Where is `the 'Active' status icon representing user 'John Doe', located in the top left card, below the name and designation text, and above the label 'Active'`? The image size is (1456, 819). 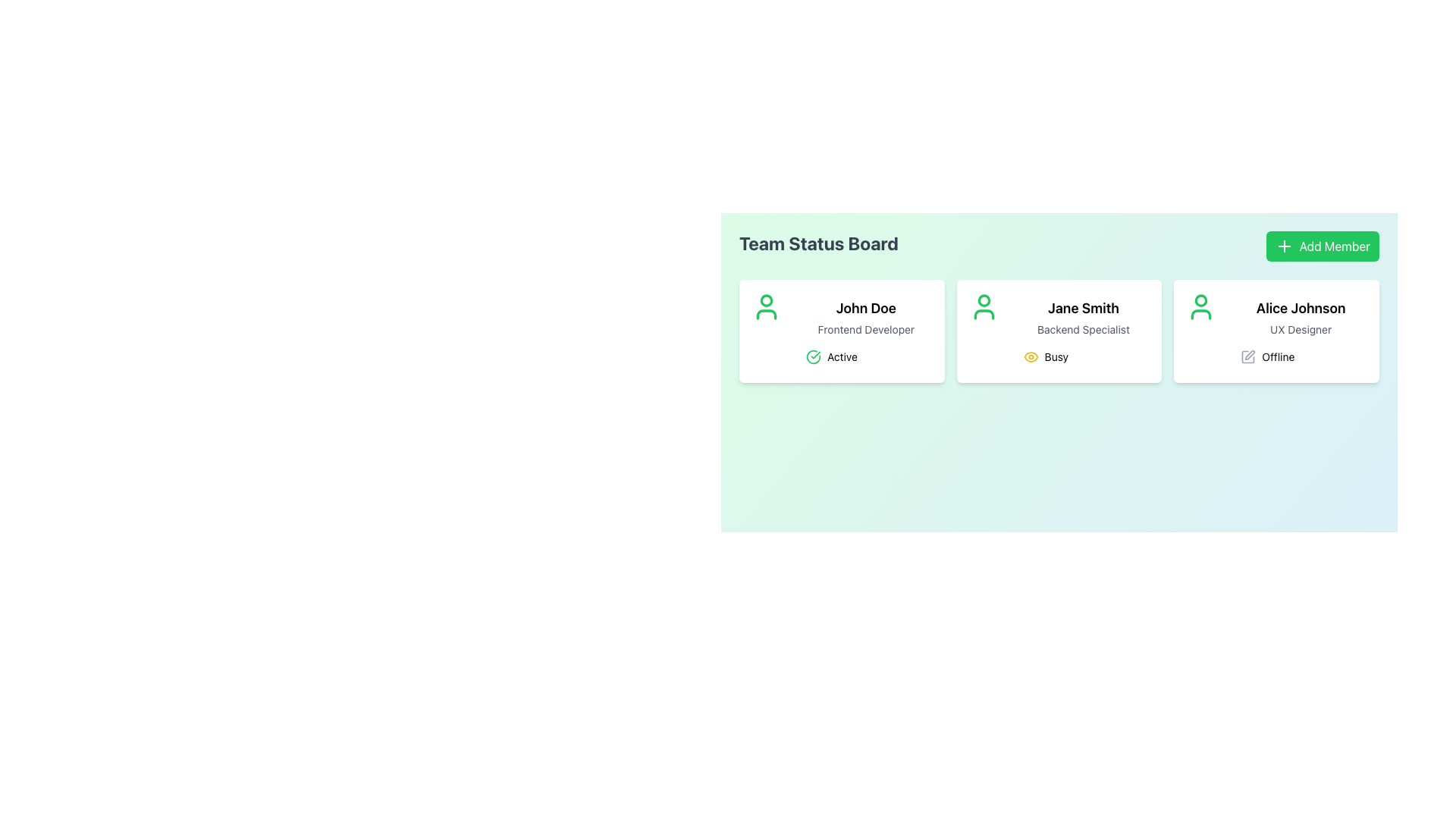
the 'Active' status icon representing user 'John Doe', located in the top left card, below the name and designation text, and above the label 'Active' is located at coordinates (813, 356).